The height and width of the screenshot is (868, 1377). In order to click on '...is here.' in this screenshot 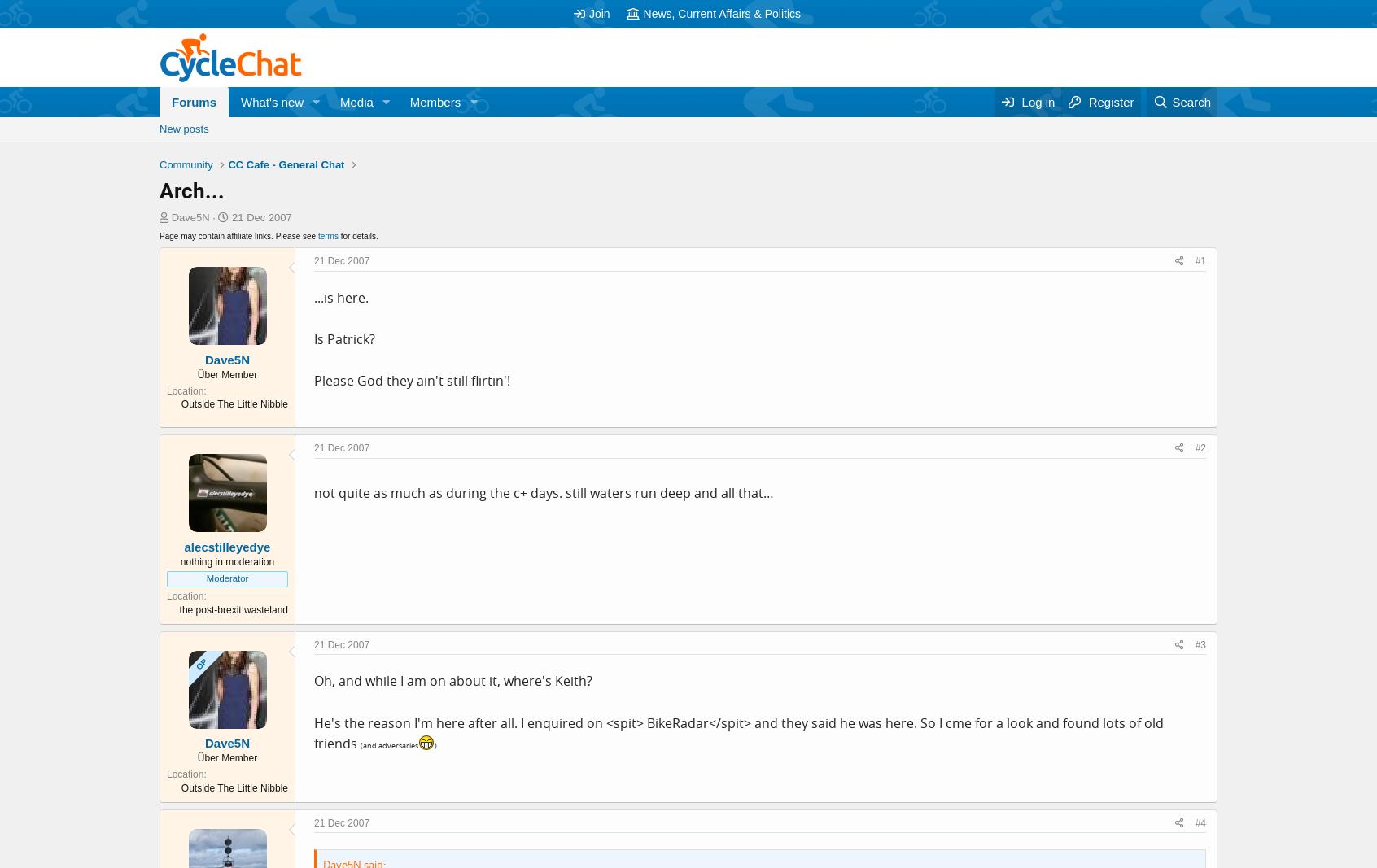, I will do `click(313, 296)`.